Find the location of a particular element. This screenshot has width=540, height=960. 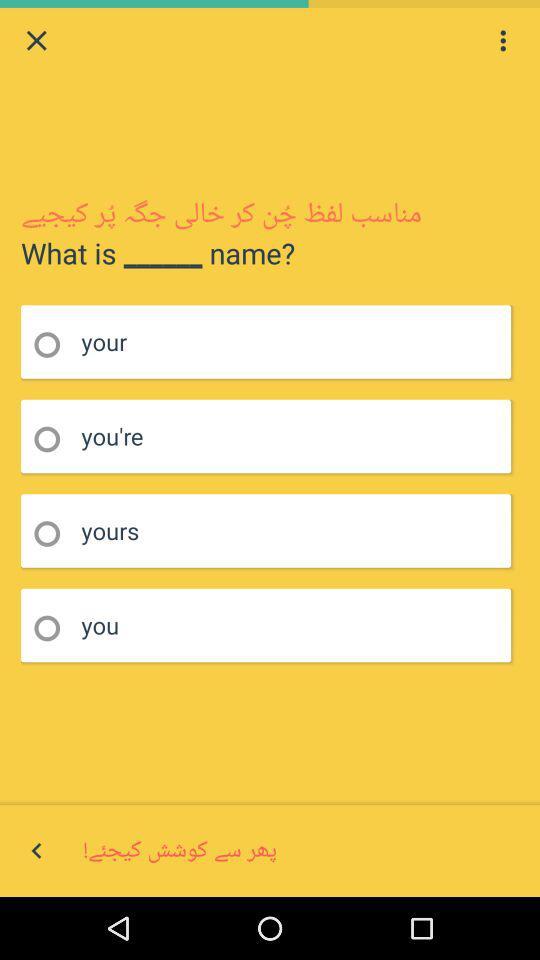

choose is located at coordinates (53, 345).